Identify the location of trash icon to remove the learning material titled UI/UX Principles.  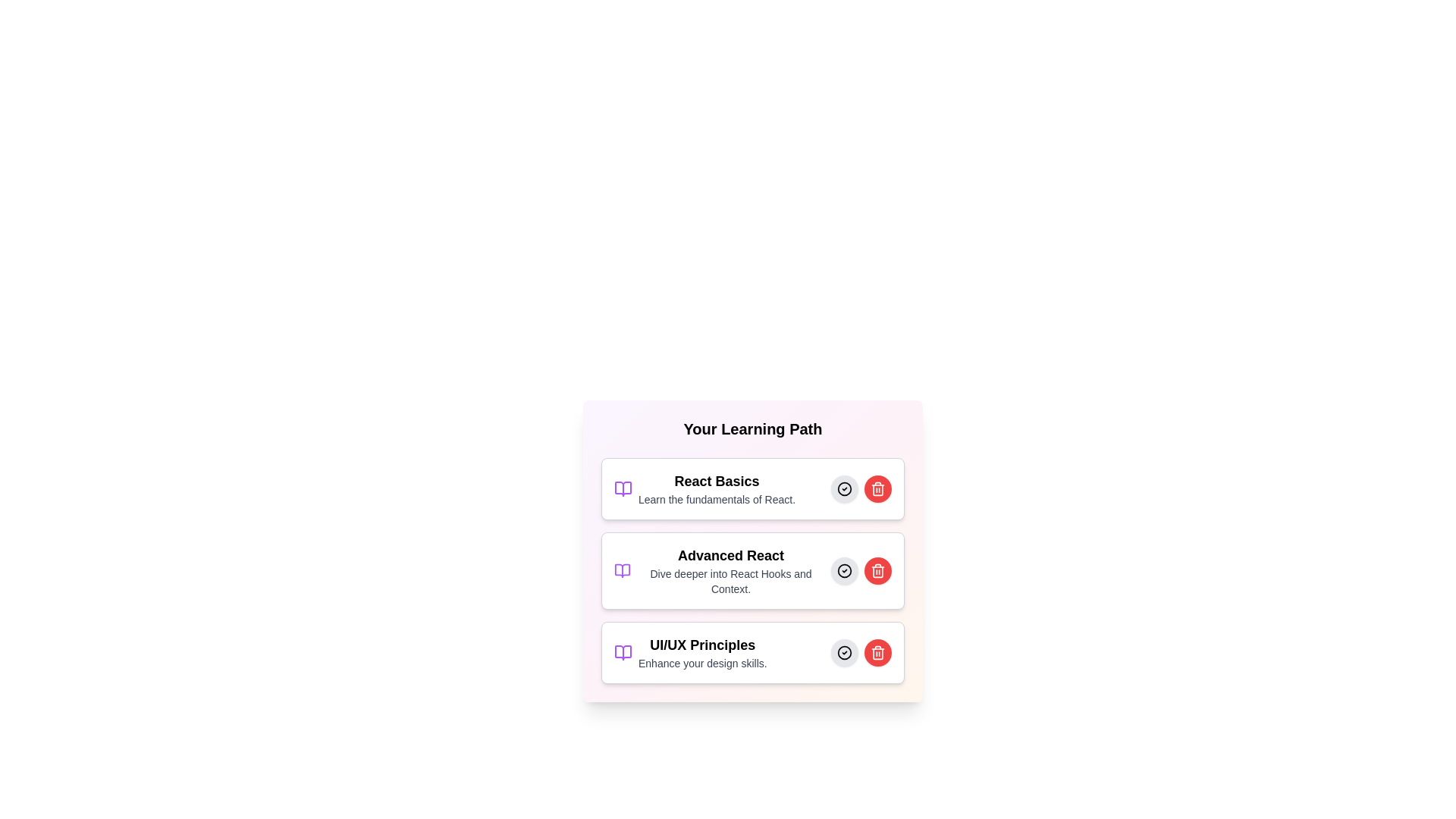
(877, 651).